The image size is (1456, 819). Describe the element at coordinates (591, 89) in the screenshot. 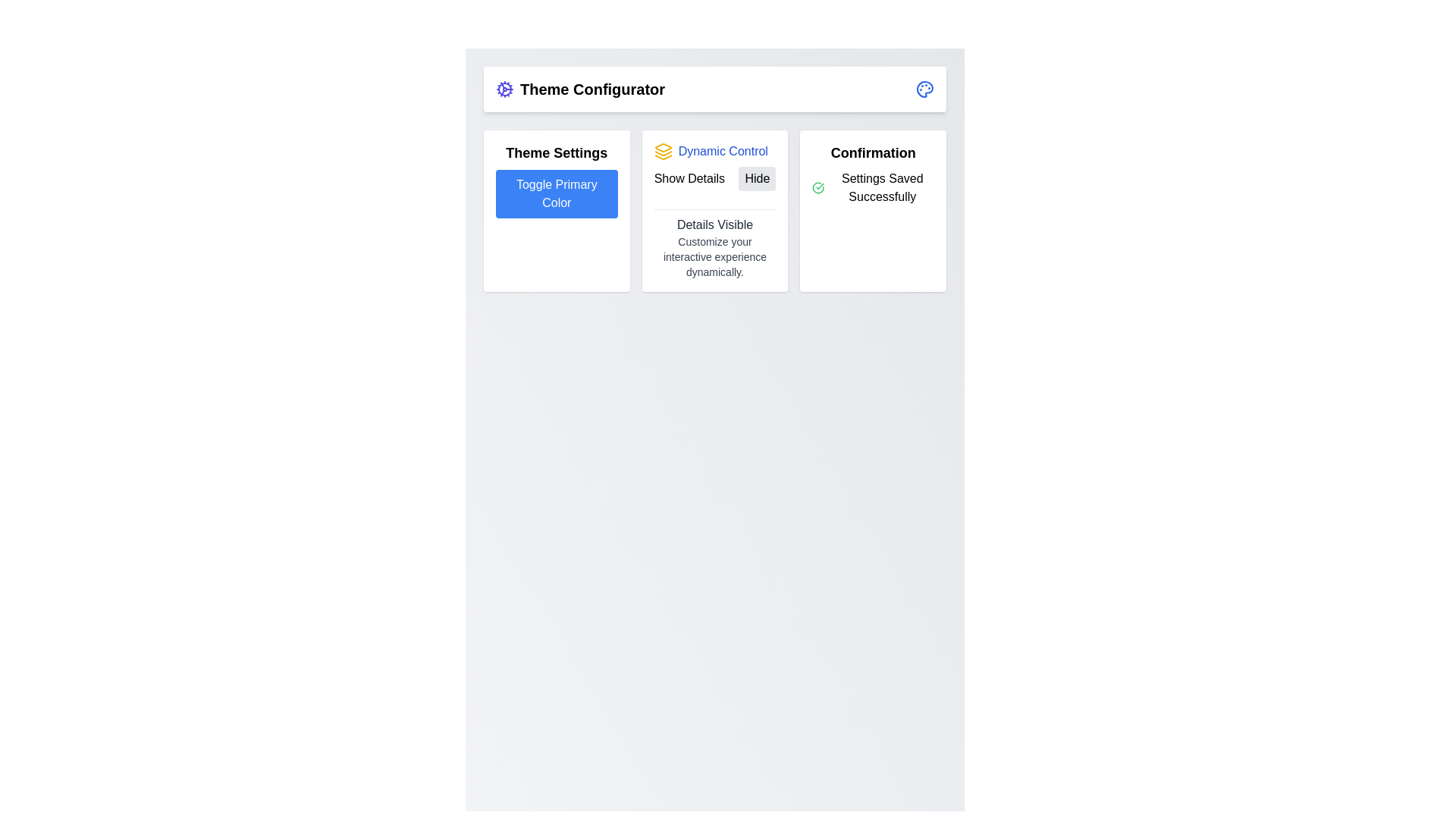

I see `the central text label that serves as a header for the theme configuration interface` at that location.